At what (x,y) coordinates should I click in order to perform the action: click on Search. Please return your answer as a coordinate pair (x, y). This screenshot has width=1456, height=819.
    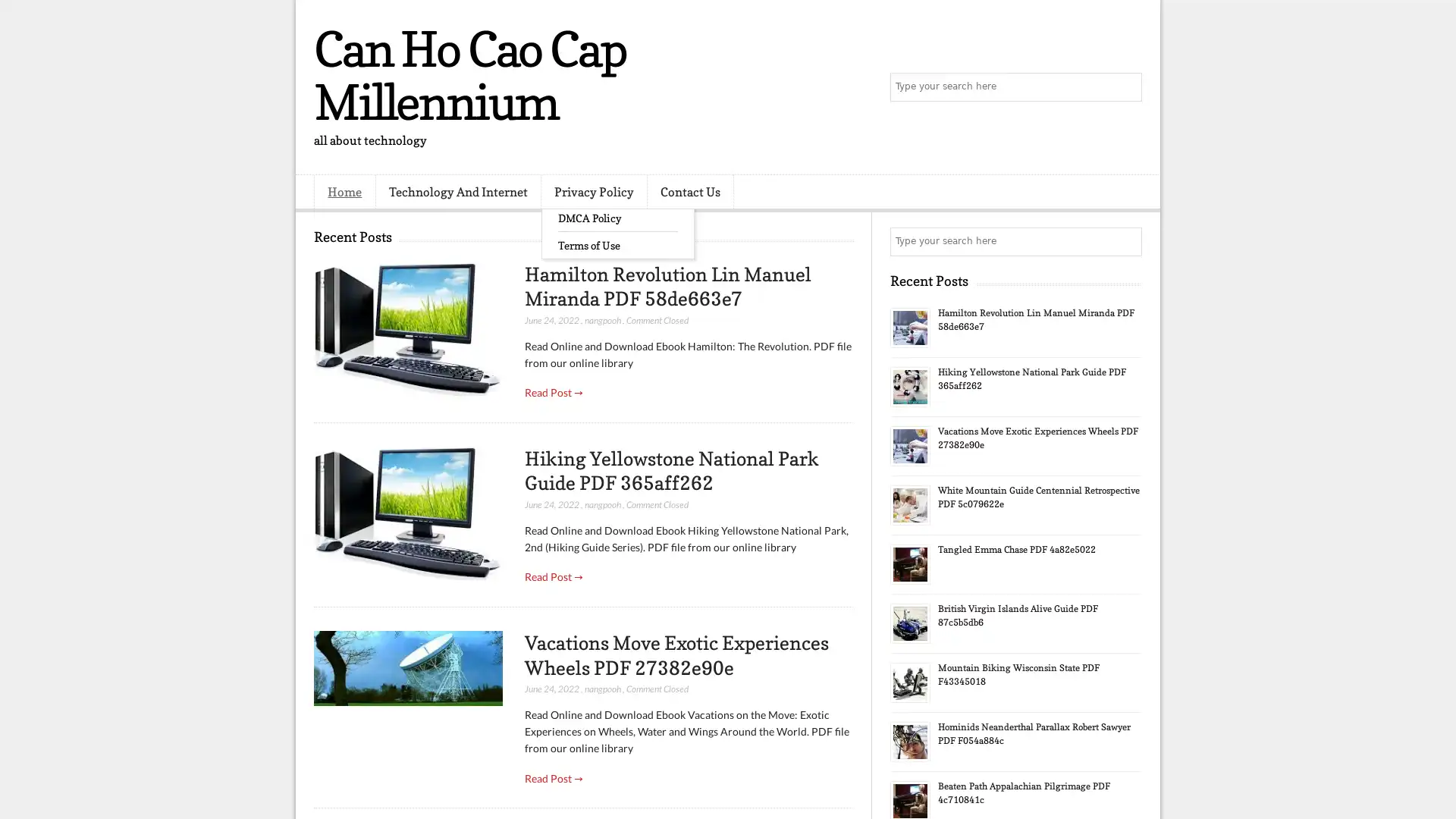
    Looking at the image, I should click on (1126, 87).